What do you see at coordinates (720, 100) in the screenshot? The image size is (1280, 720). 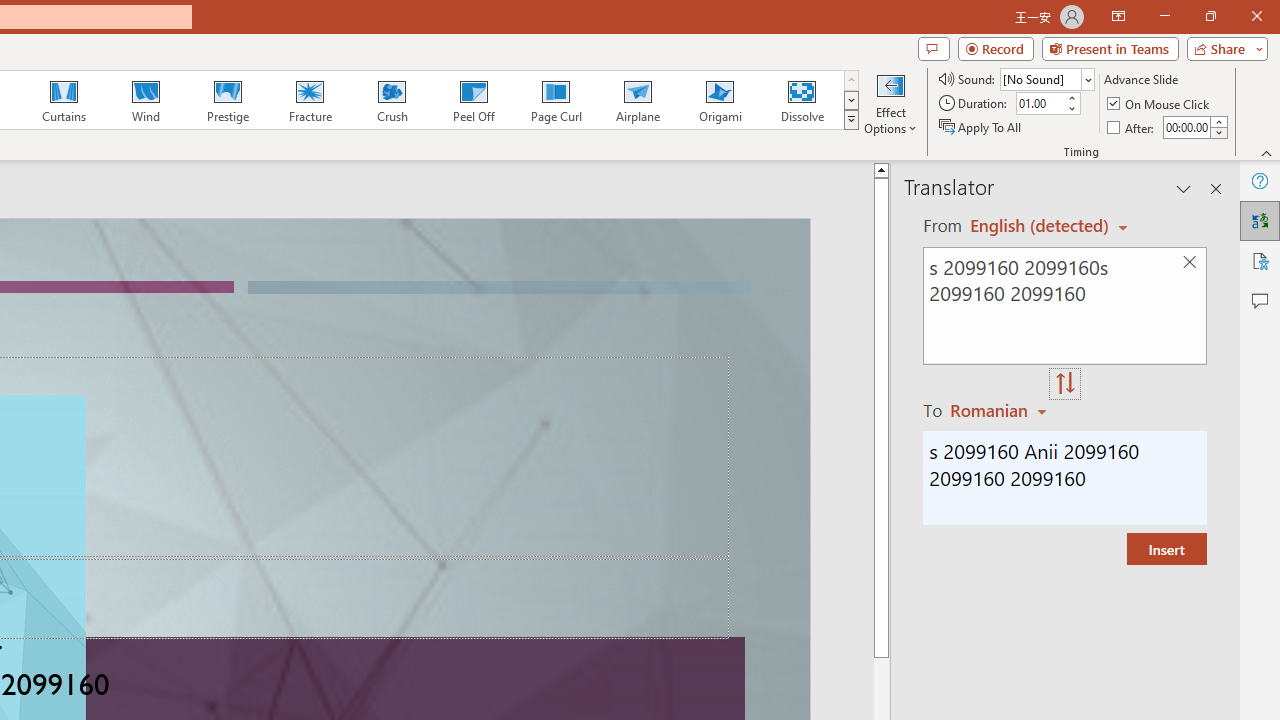 I see `'Origami'` at bounding box center [720, 100].